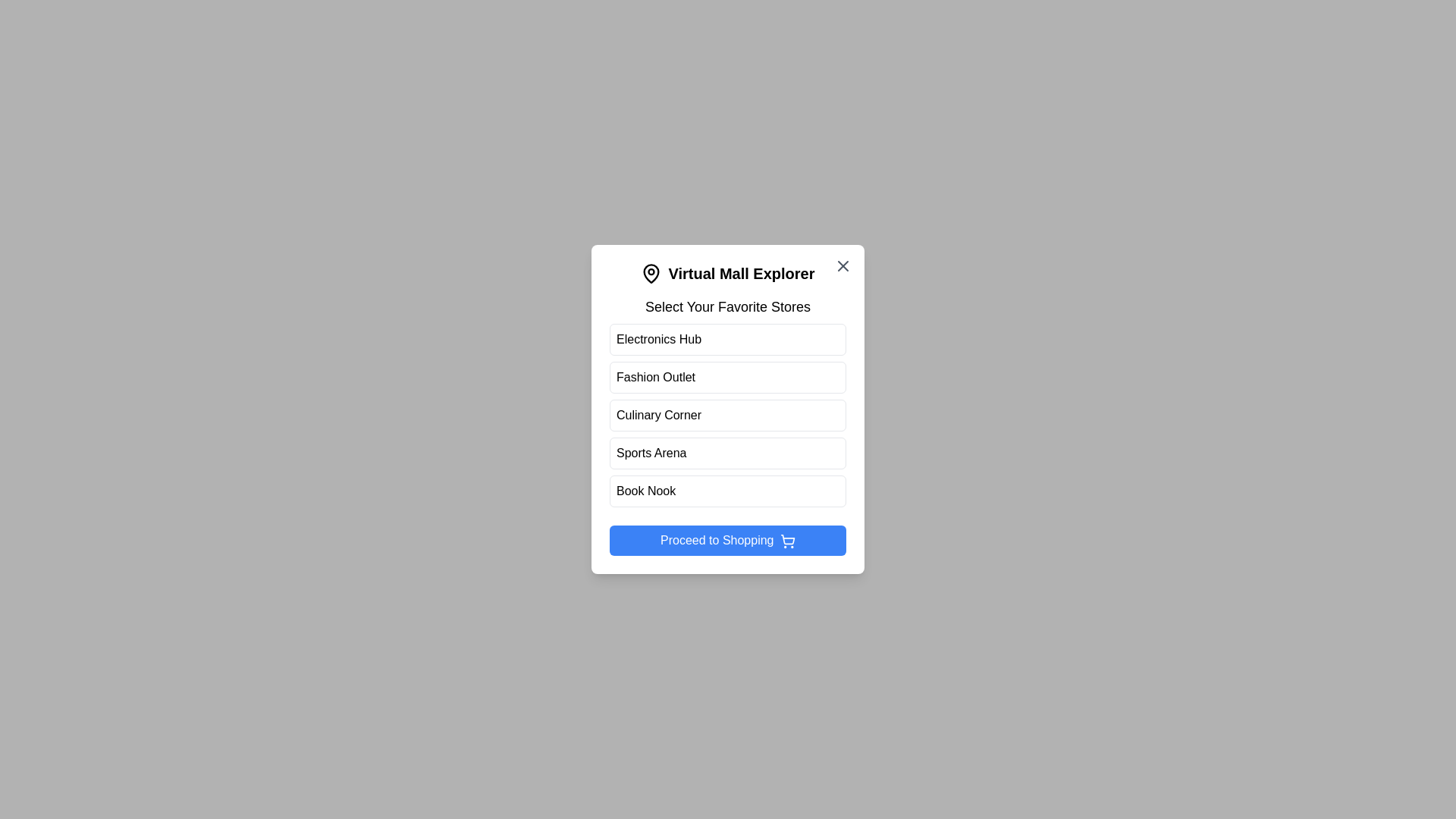 The width and height of the screenshot is (1456, 819). I want to click on the text label 'Culinary Corner' which is the third option in the list displayed under 'Select Your Favorite Stores', so click(658, 415).